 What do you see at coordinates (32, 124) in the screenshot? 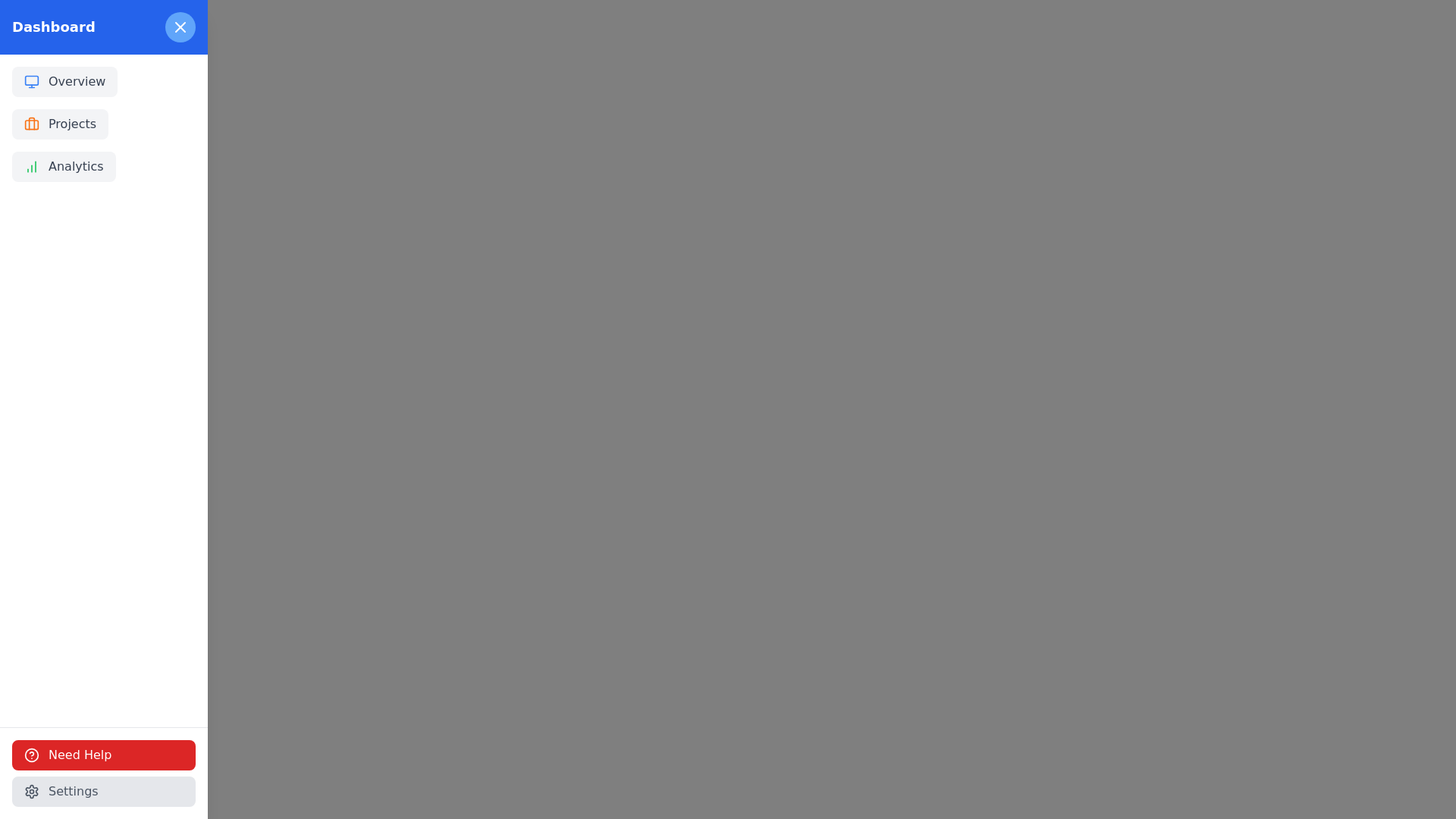
I see `the rectangular region with rounded corners located centrally within the orange briefcase icon beside the 'Projects' label in the sidebar` at bounding box center [32, 124].